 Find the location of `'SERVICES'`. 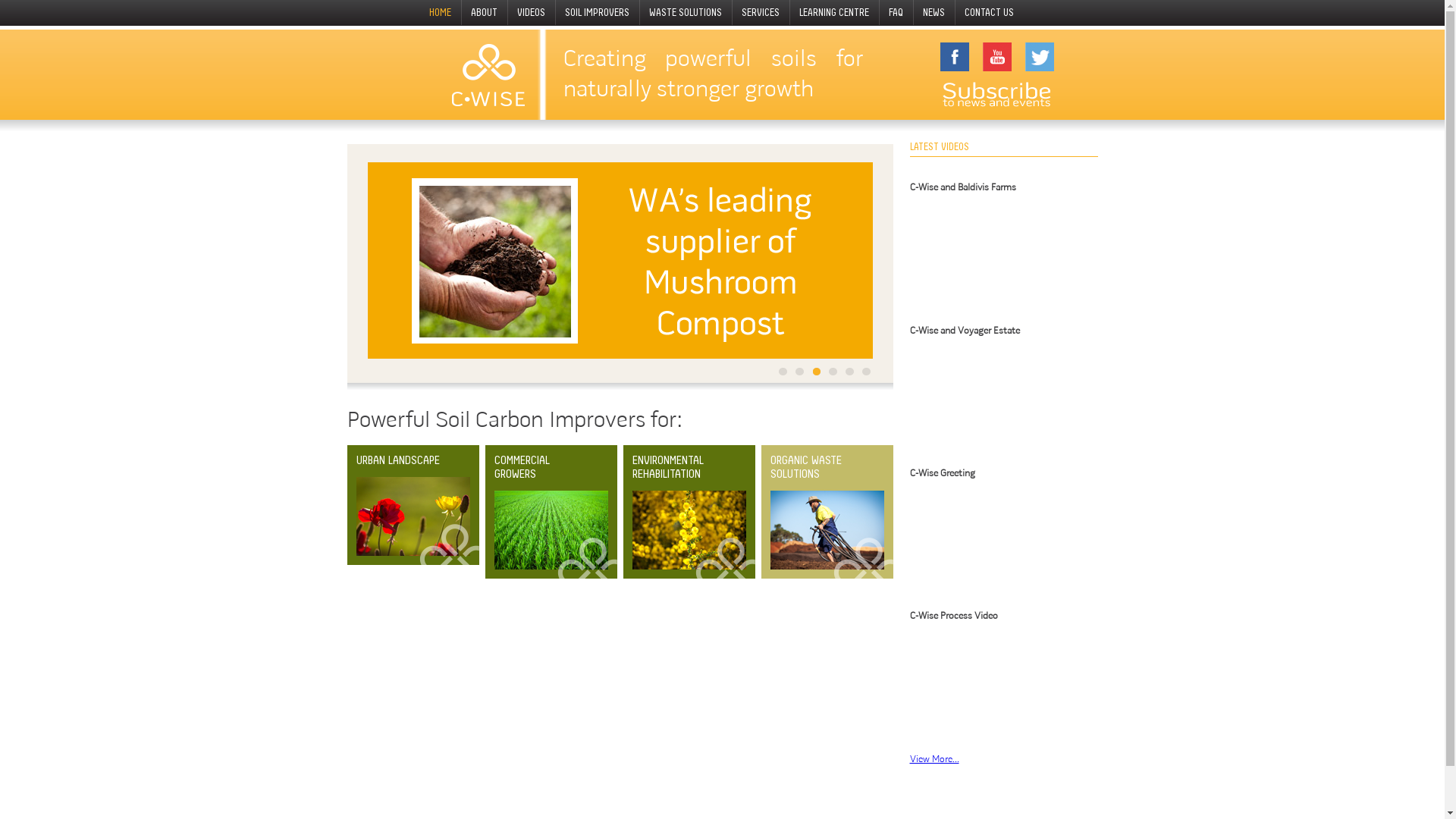

'SERVICES' is located at coordinates (761, 12).